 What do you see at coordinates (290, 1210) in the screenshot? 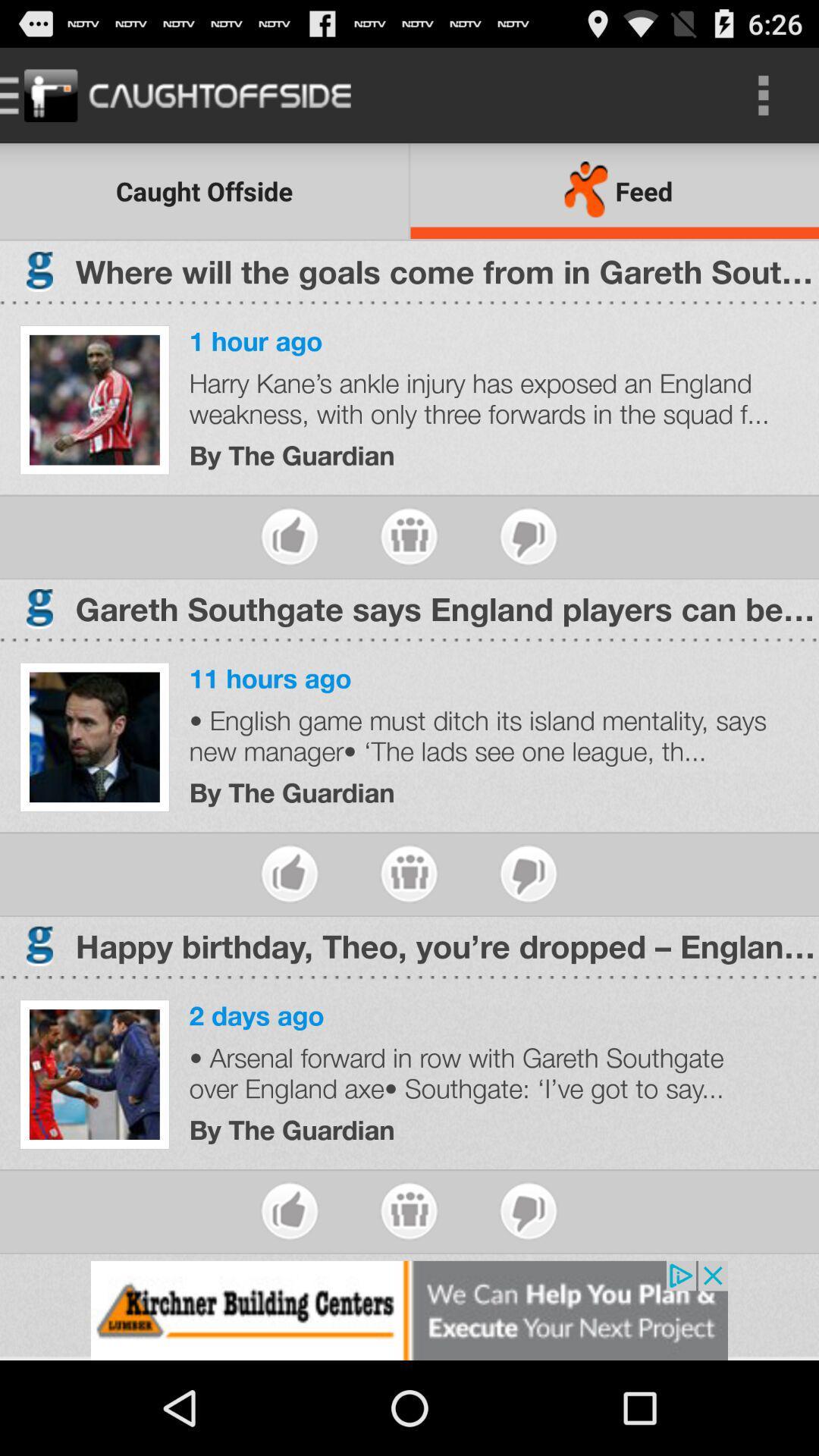
I see `like symbol` at bounding box center [290, 1210].